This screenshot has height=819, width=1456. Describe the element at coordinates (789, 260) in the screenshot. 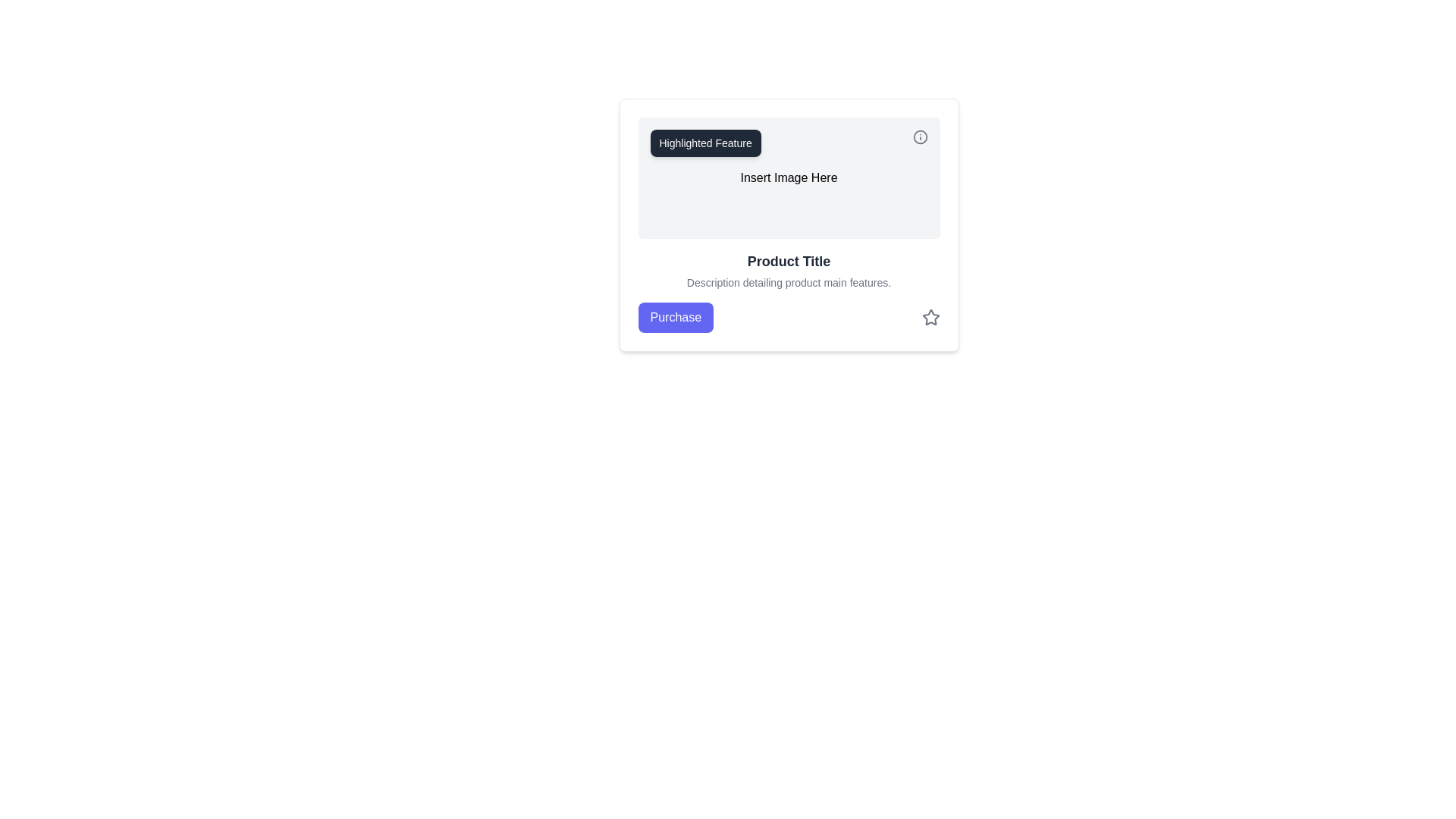

I see `the 'Product Title' text label which is prominently displayed in a bold, dark gray font, located near the top center of the card component` at that location.